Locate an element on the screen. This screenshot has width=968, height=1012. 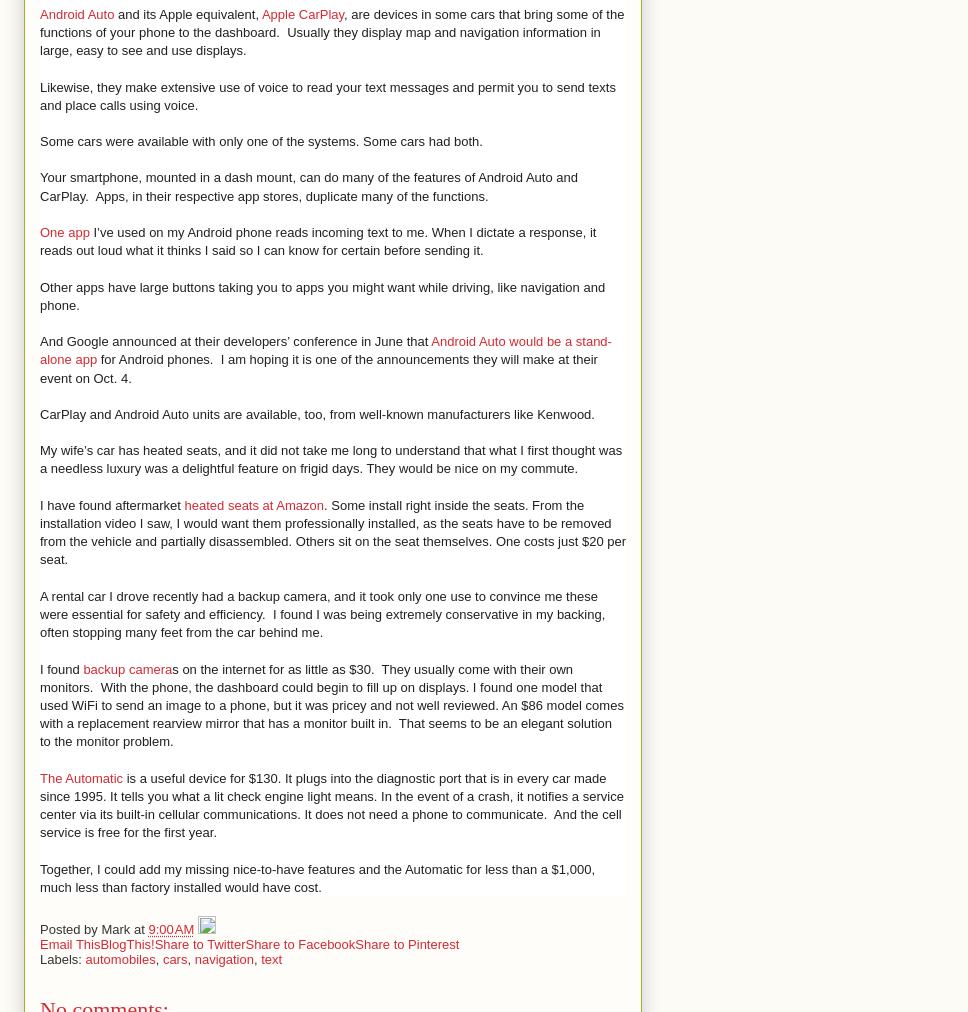
'Other apps have large buttons taking you to apps you might want while driving, like navigation and phone.' is located at coordinates (321, 294).